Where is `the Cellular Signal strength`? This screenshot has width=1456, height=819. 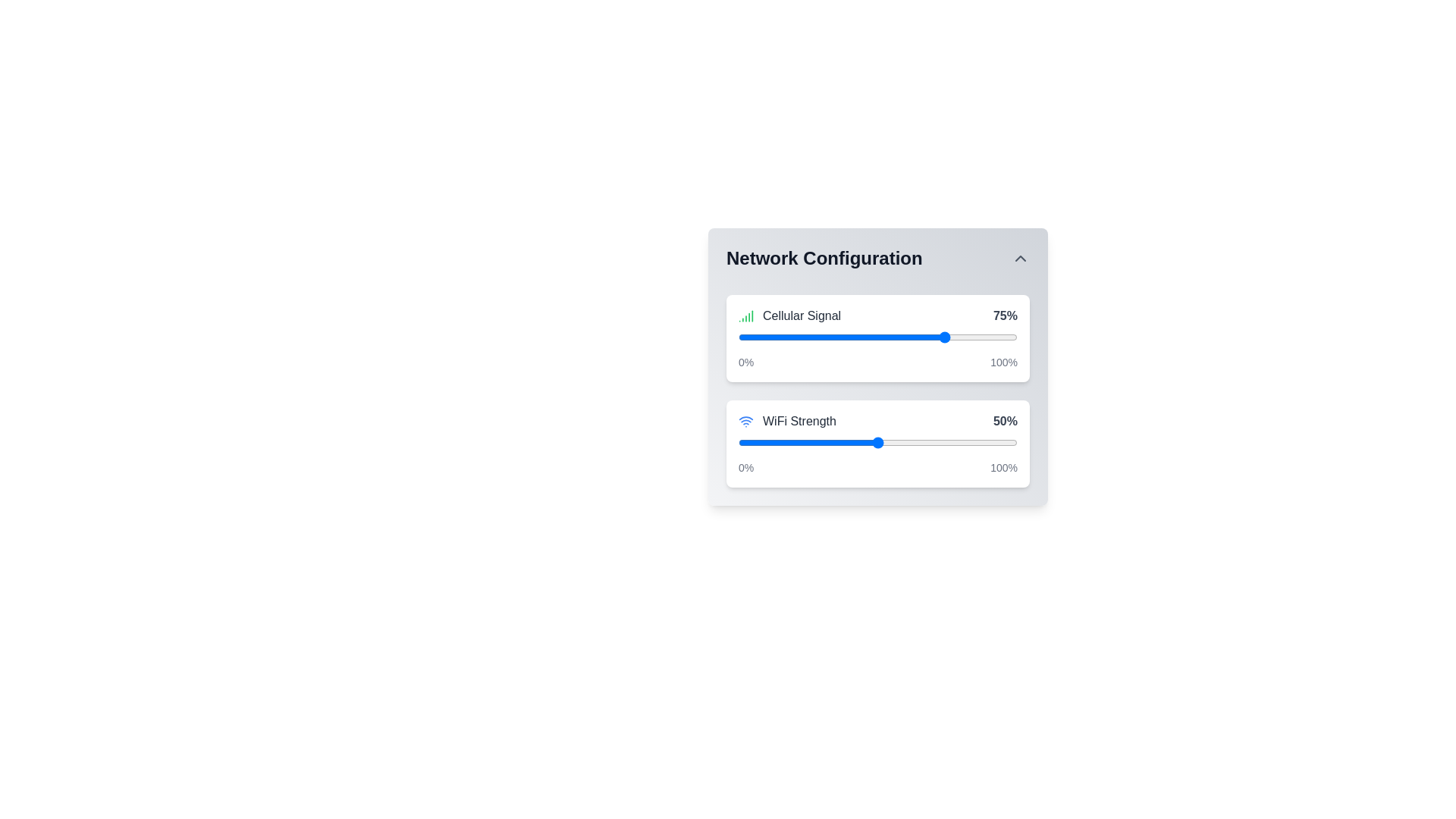
the Cellular Signal strength is located at coordinates (995, 336).